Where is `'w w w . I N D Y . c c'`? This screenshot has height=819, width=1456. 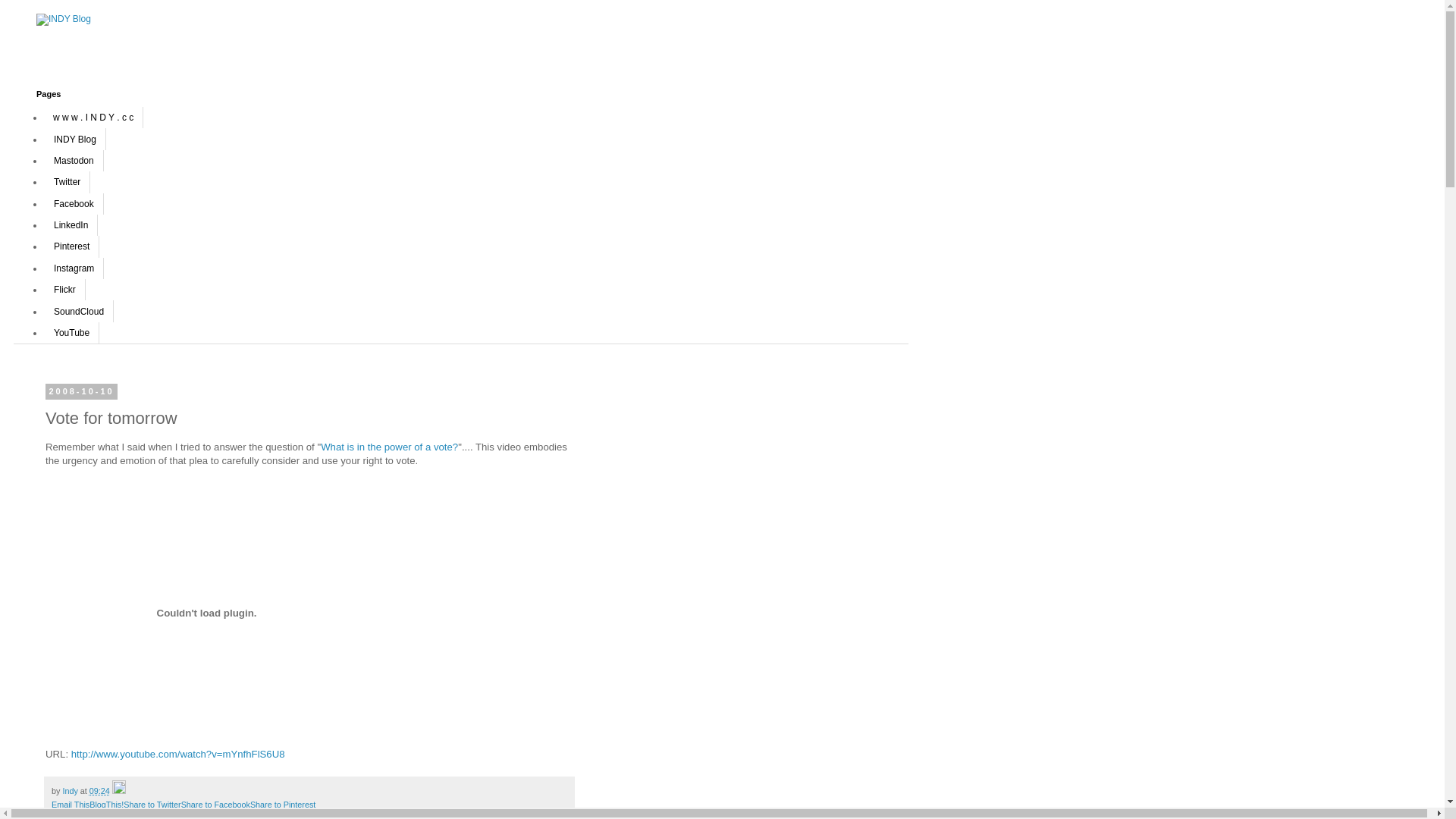 'w w w . I N D Y . c c' is located at coordinates (93, 116).